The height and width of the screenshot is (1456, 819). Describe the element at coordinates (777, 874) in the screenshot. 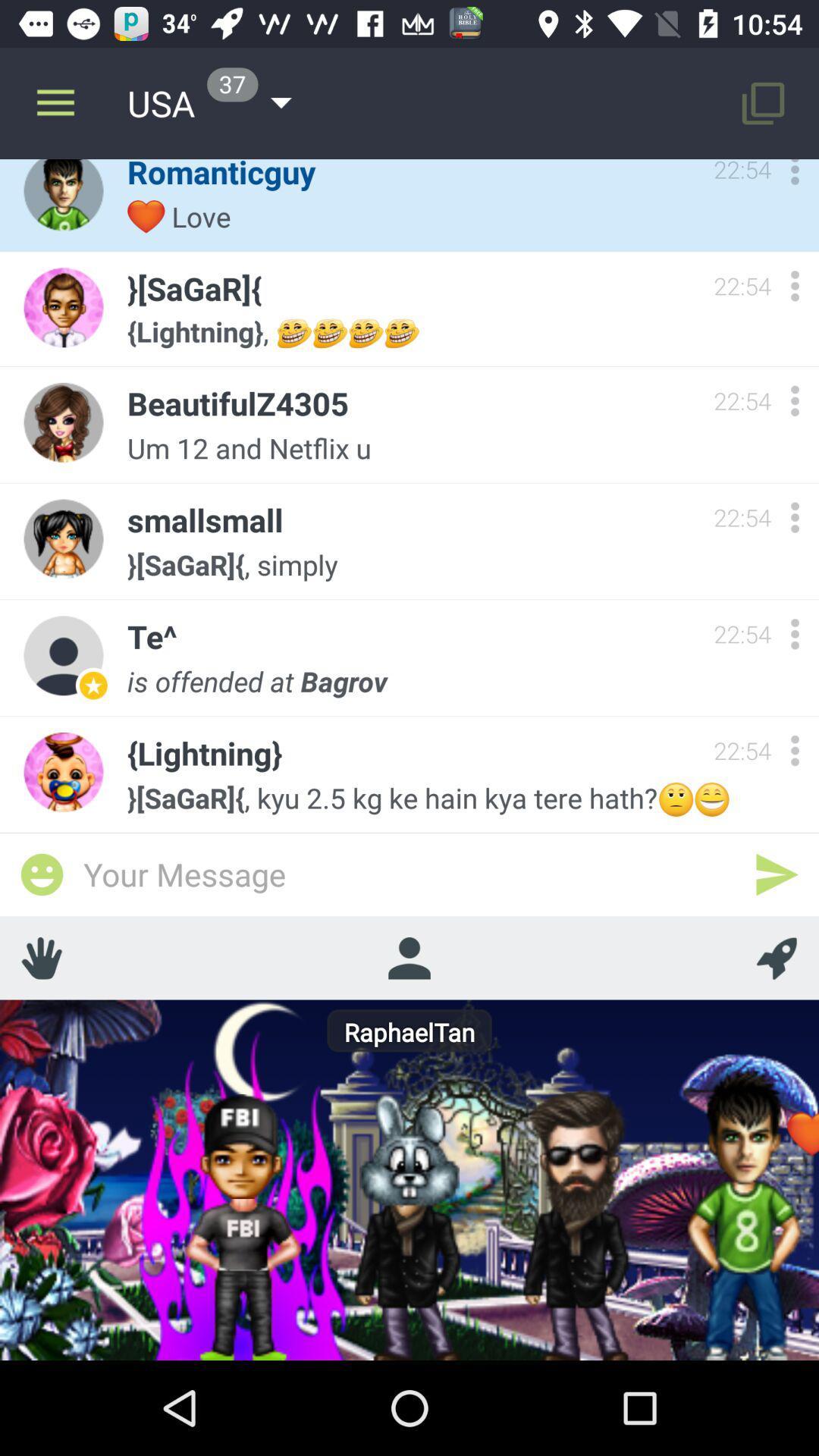

I see `icon below sagar kyu 2 item` at that location.